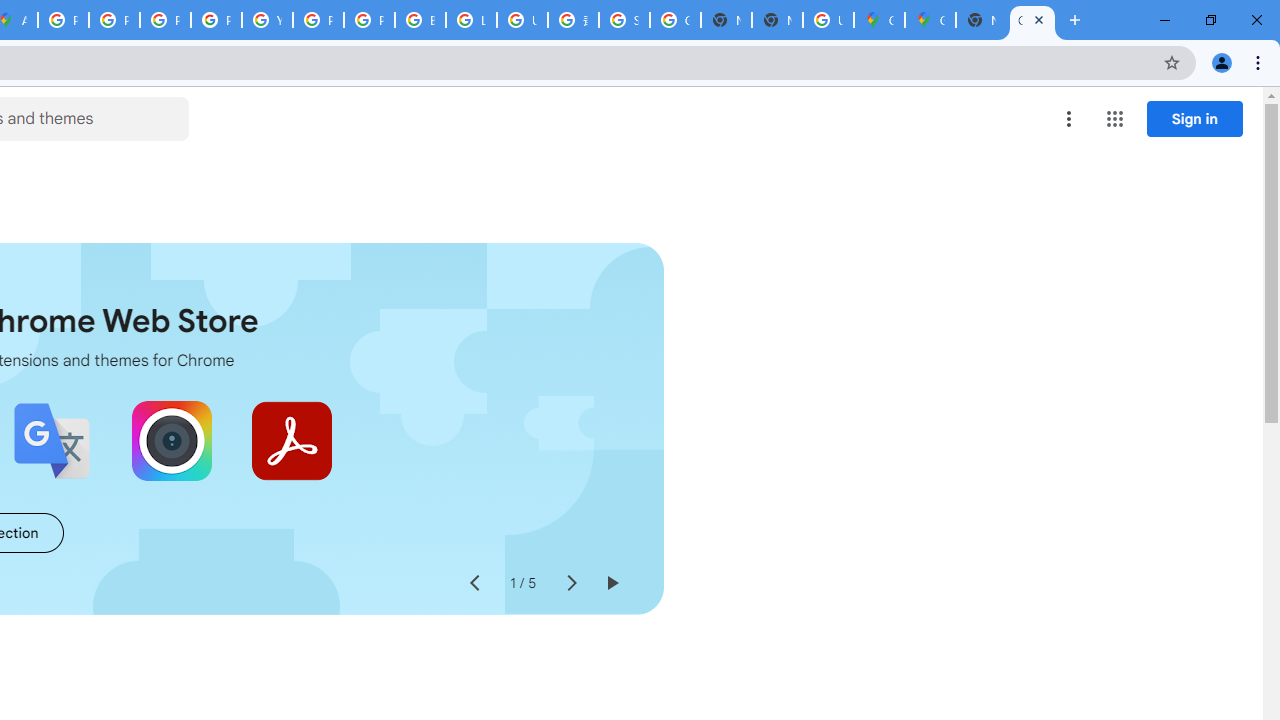  Describe the element at coordinates (290, 440) in the screenshot. I see `'Adobe Acrobat: PDF edit, convert, sign tools'` at that location.